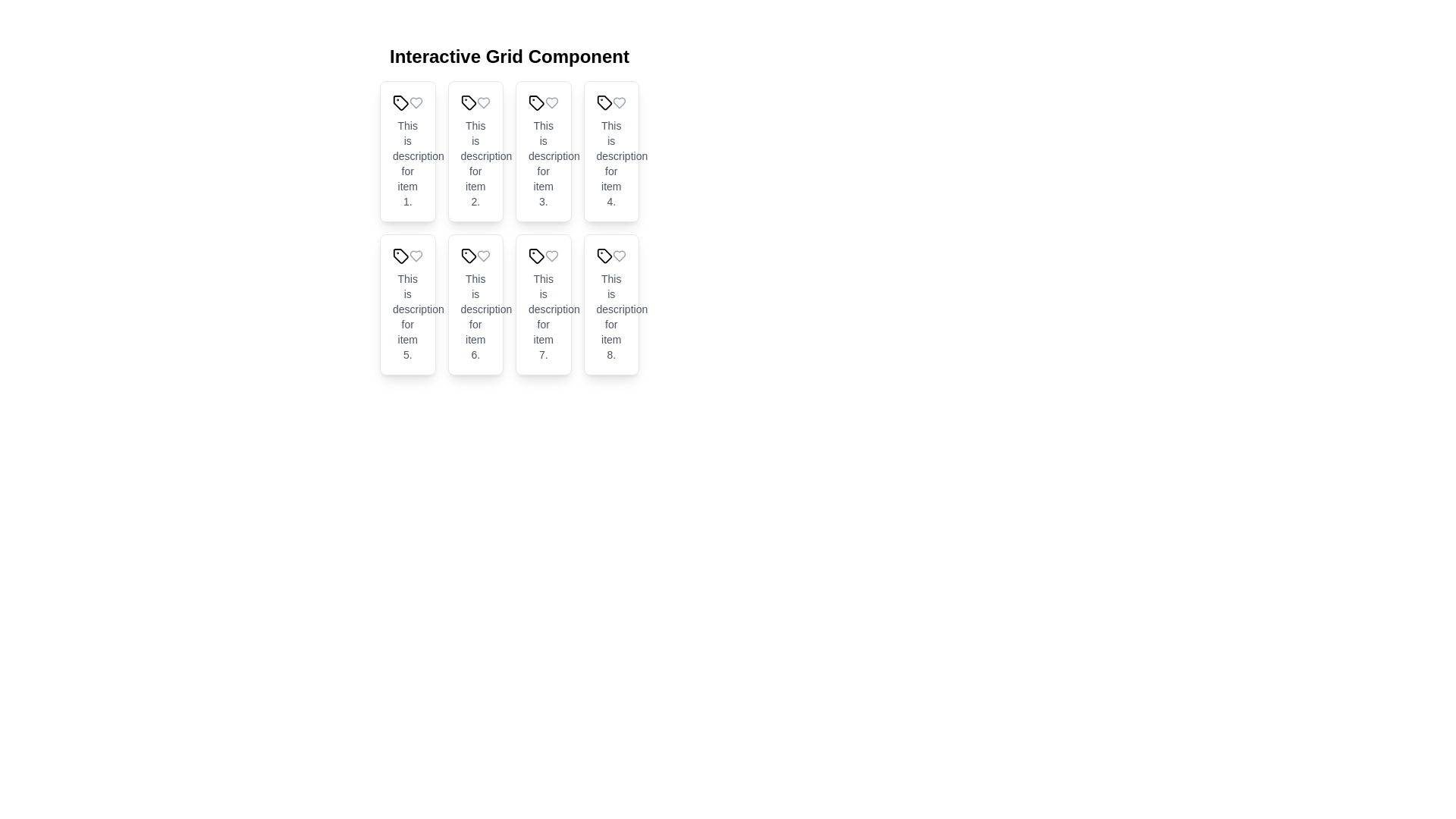 The width and height of the screenshot is (1456, 819). Describe the element at coordinates (475, 164) in the screenshot. I see `the text block containing 'This is description for item 2.' which is styled in gray and located below the title 'Tile 2'` at that location.